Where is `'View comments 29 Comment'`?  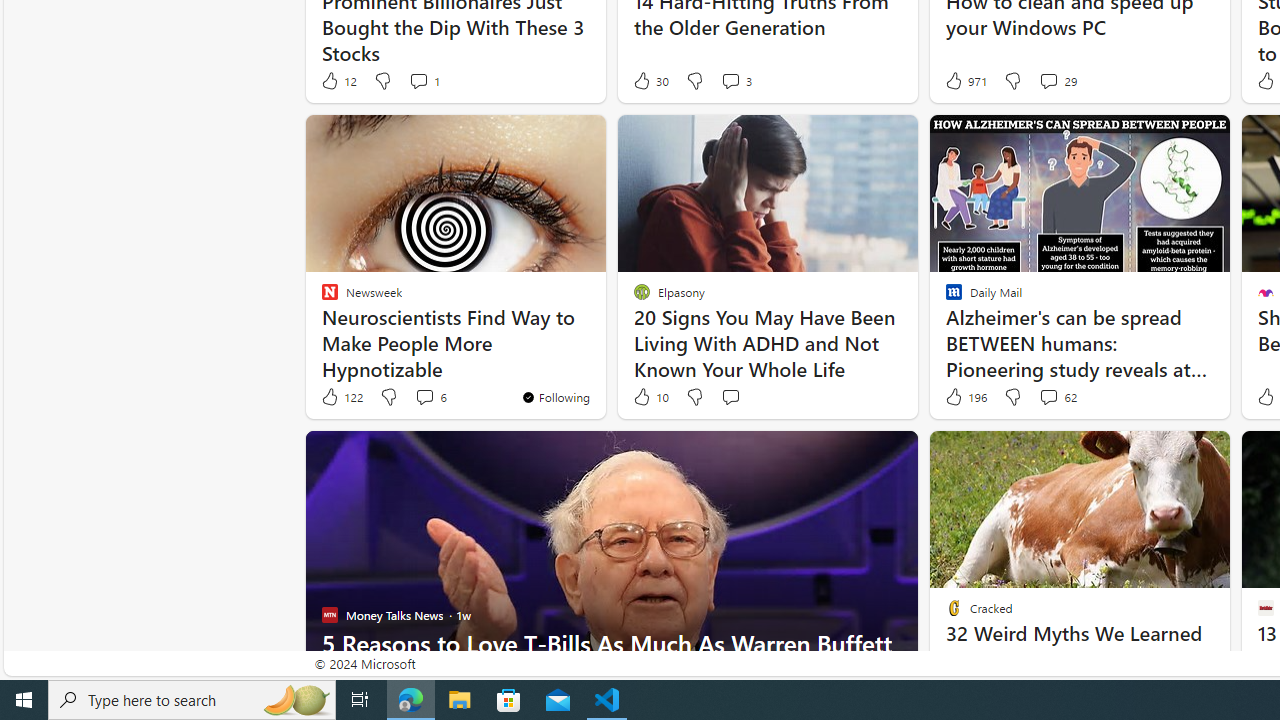
'View comments 29 Comment' is located at coordinates (1056, 80).